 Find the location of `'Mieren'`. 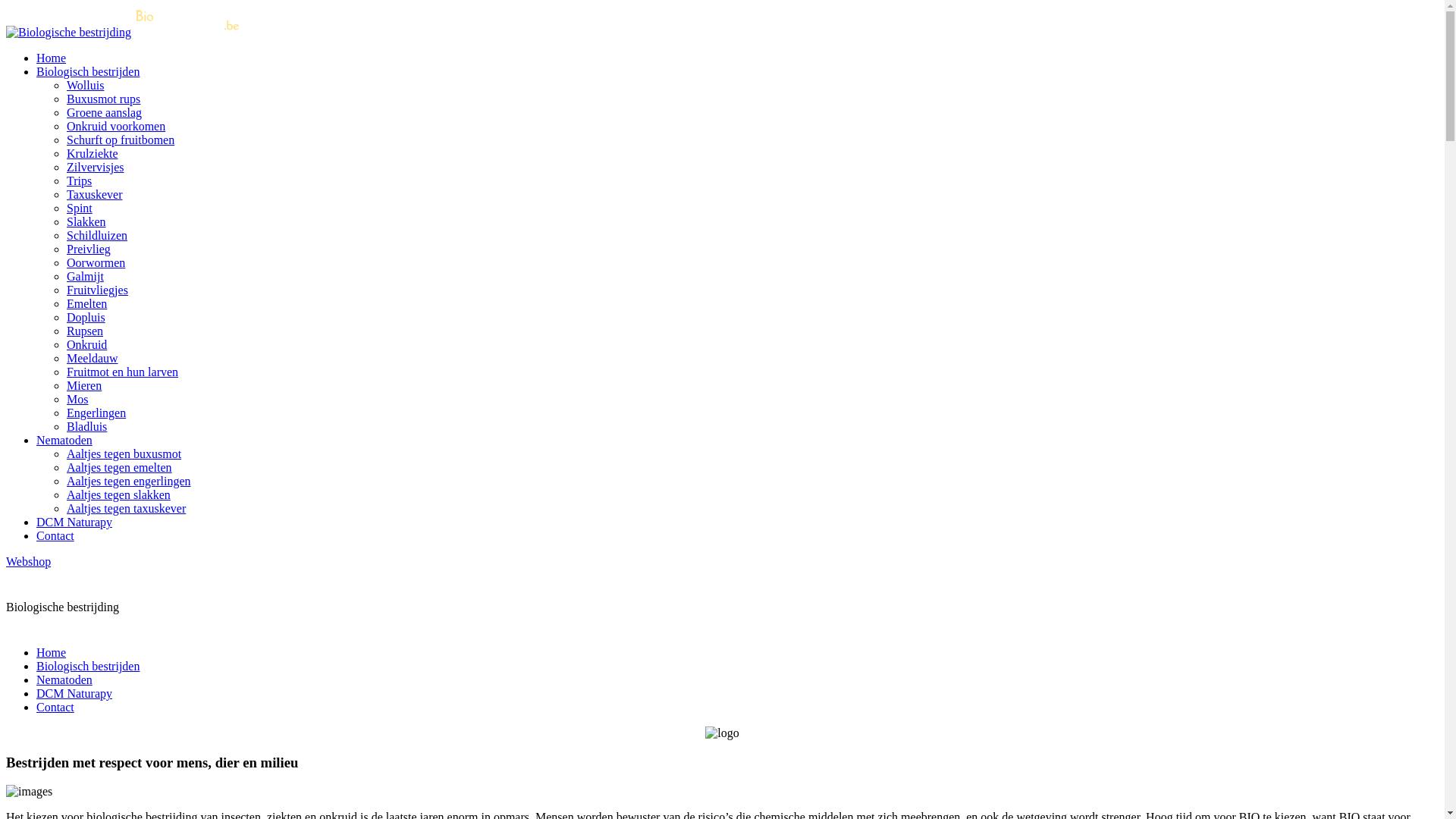

'Mieren' is located at coordinates (83, 384).